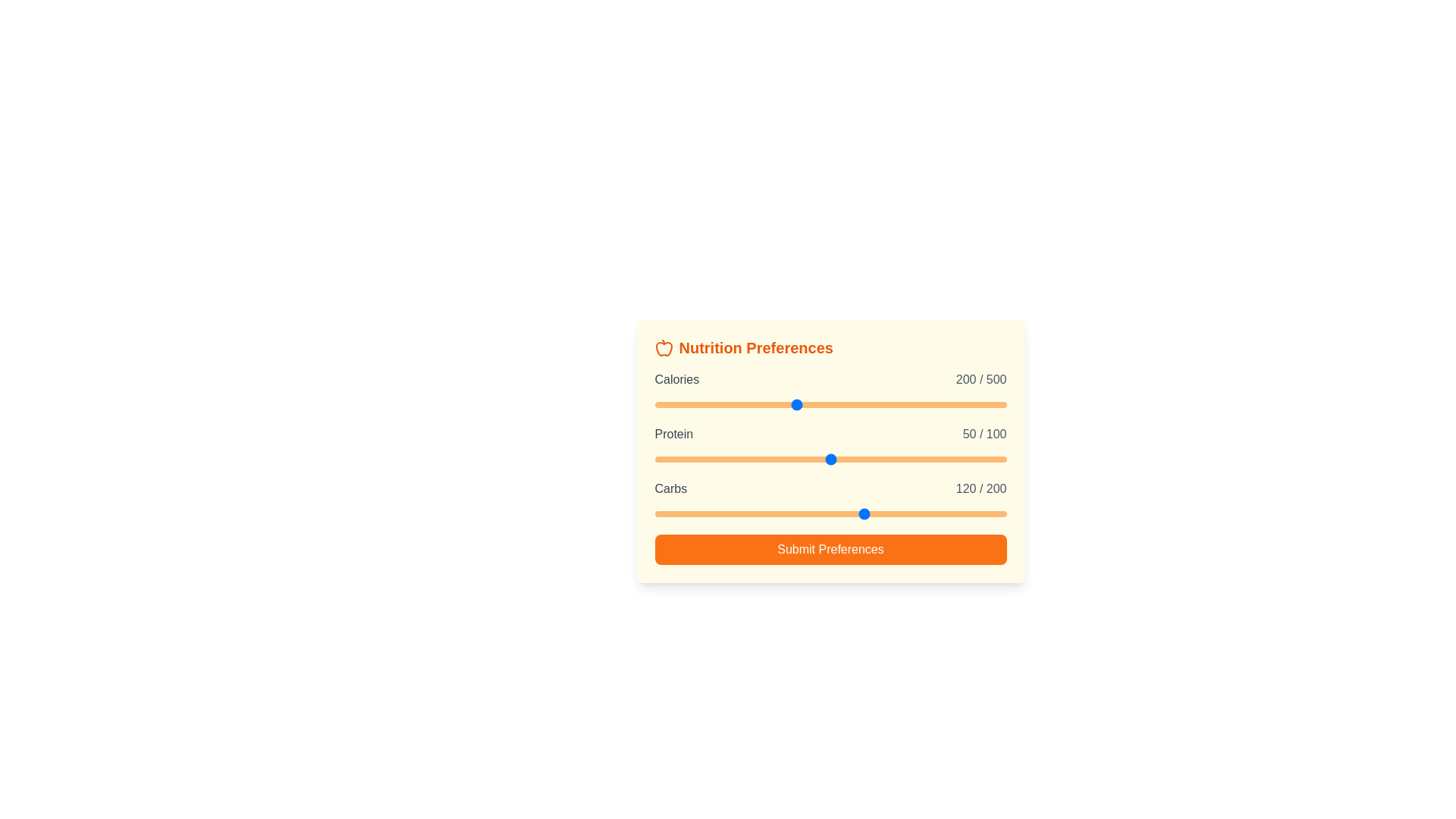  Describe the element at coordinates (830, 500) in the screenshot. I see `current values displayed in the carbohydrate metric, which is the third row among nutrition metrics in the 'Nutrition Preferences' card, positioned between the 'Protein' metric and the 'Submit Preferences' button` at that location.